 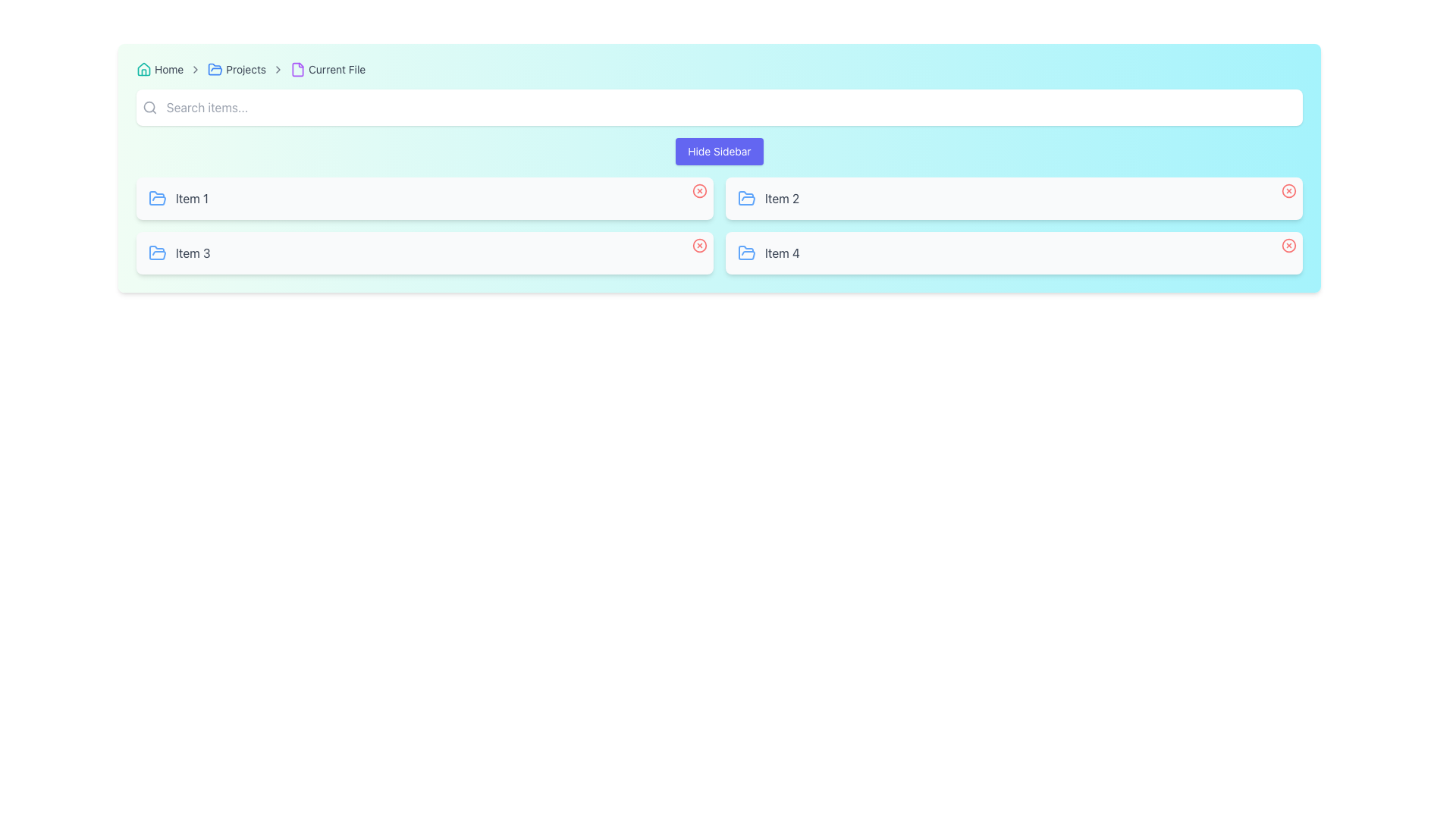 I want to click on the purple document icon located in the breadcrumb navigation bar, positioned between the 'Projects' icon and 'Current File' text, so click(x=298, y=70).